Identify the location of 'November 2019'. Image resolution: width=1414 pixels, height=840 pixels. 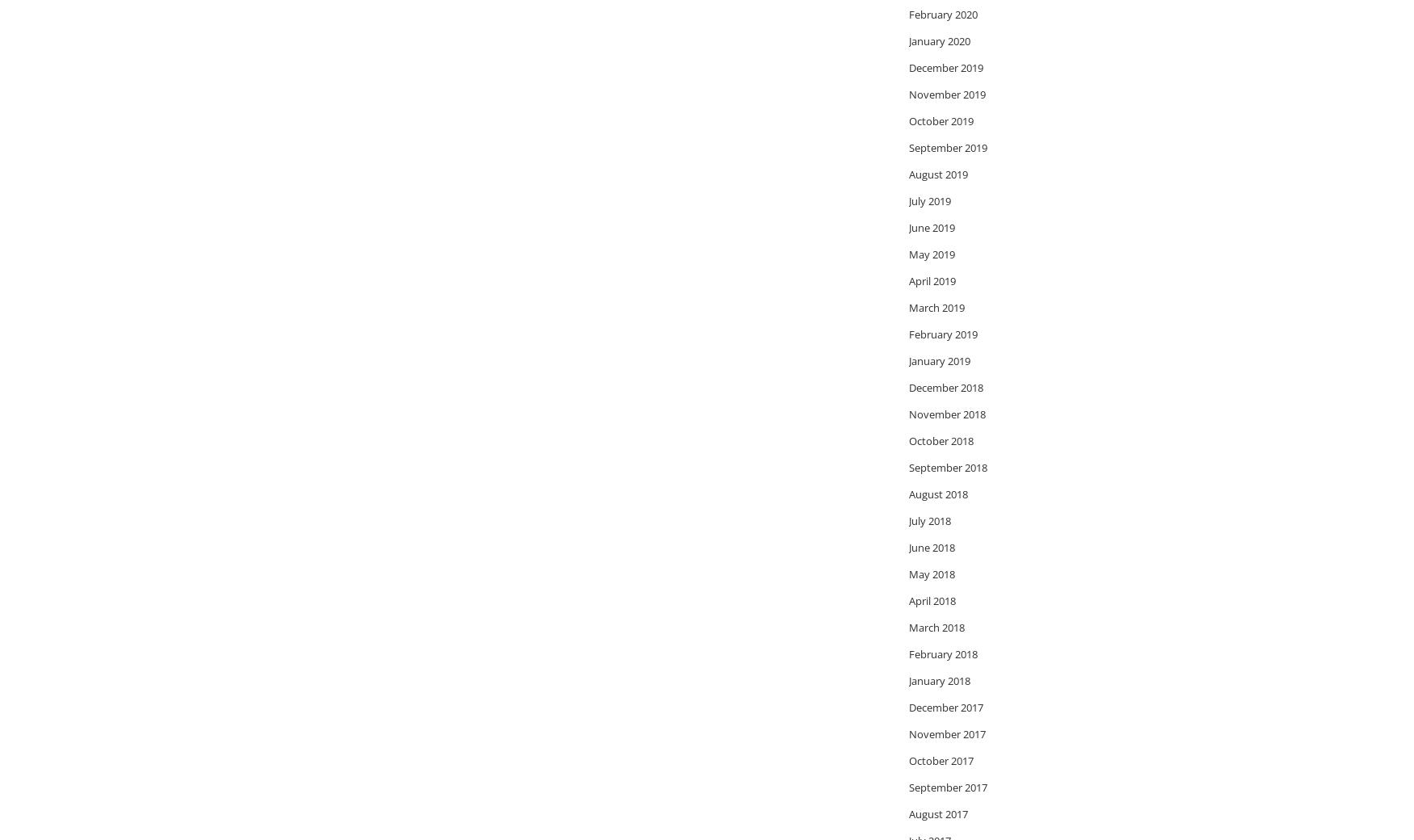
(946, 92).